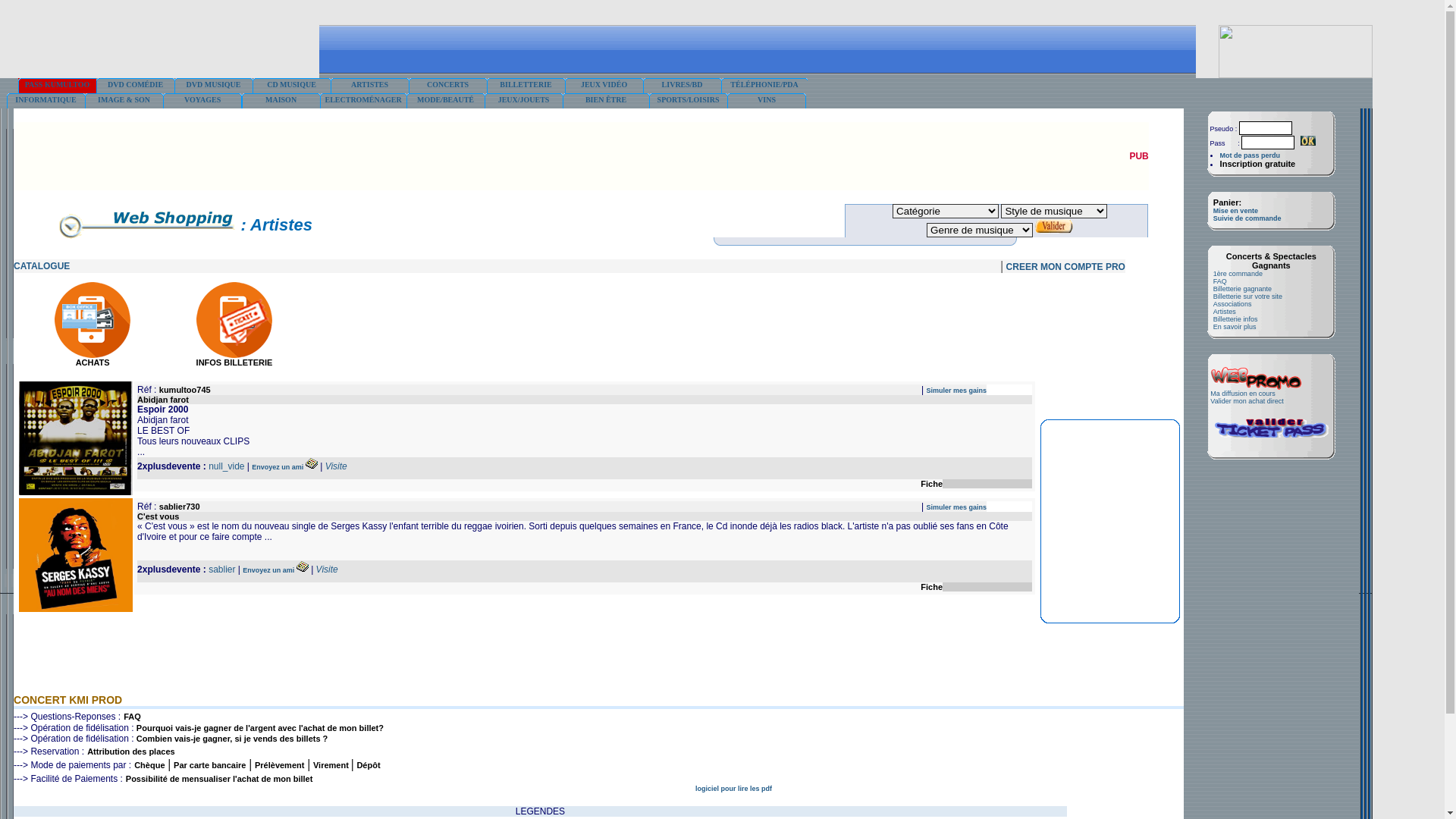 This screenshot has height=819, width=1456. What do you see at coordinates (1235, 210) in the screenshot?
I see `'Mise en vente'` at bounding box center [1235, 210].